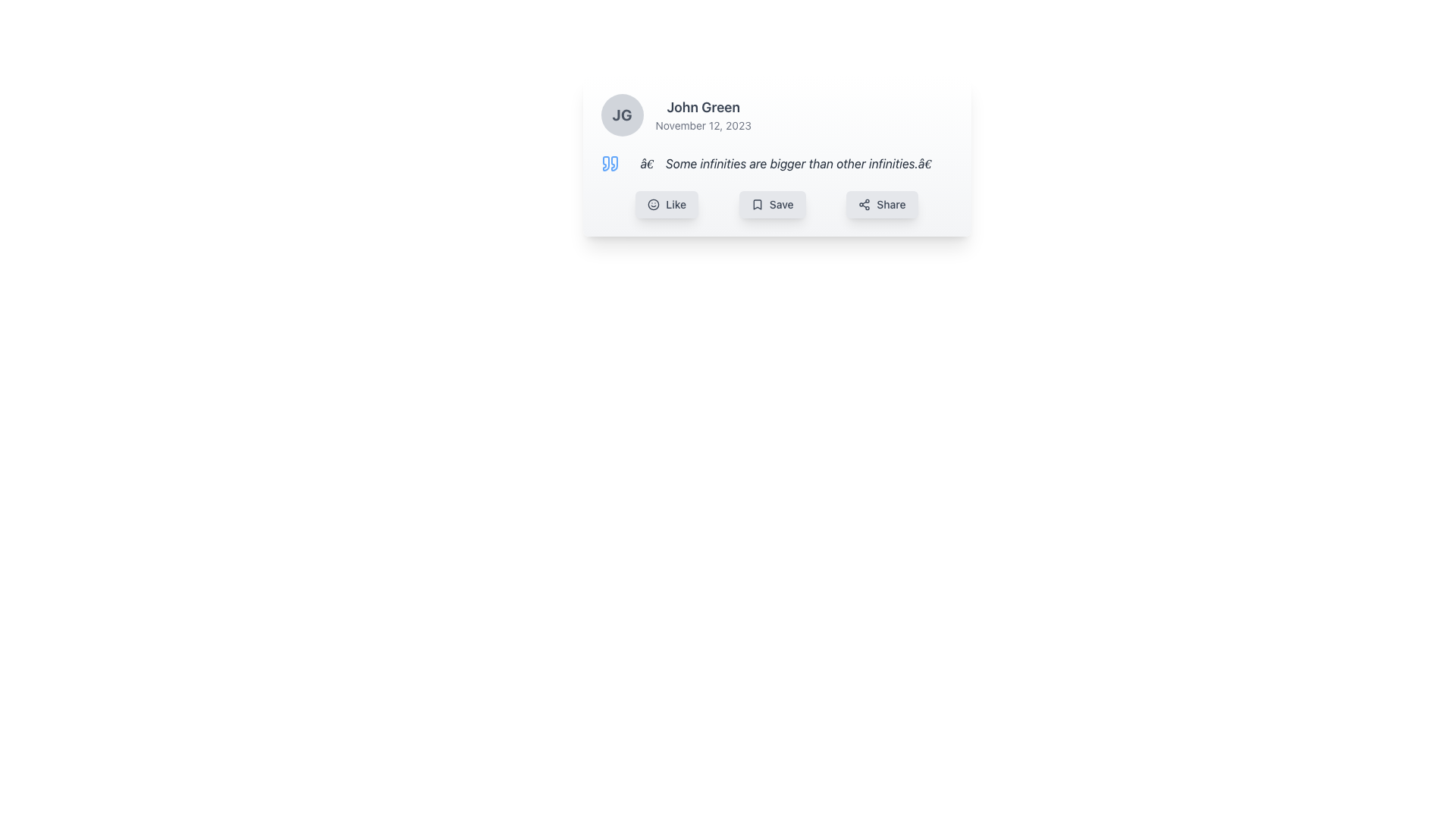  What do you see at coordinates (777, 164) in the screenshot?
I see `the text block containing a gray italicized quote that starts with a blue quotation mark icon, situated below the 'John Green' header and above the 'Like', 'Save', and 'Share' buttons` at bounding box center [777, 164].